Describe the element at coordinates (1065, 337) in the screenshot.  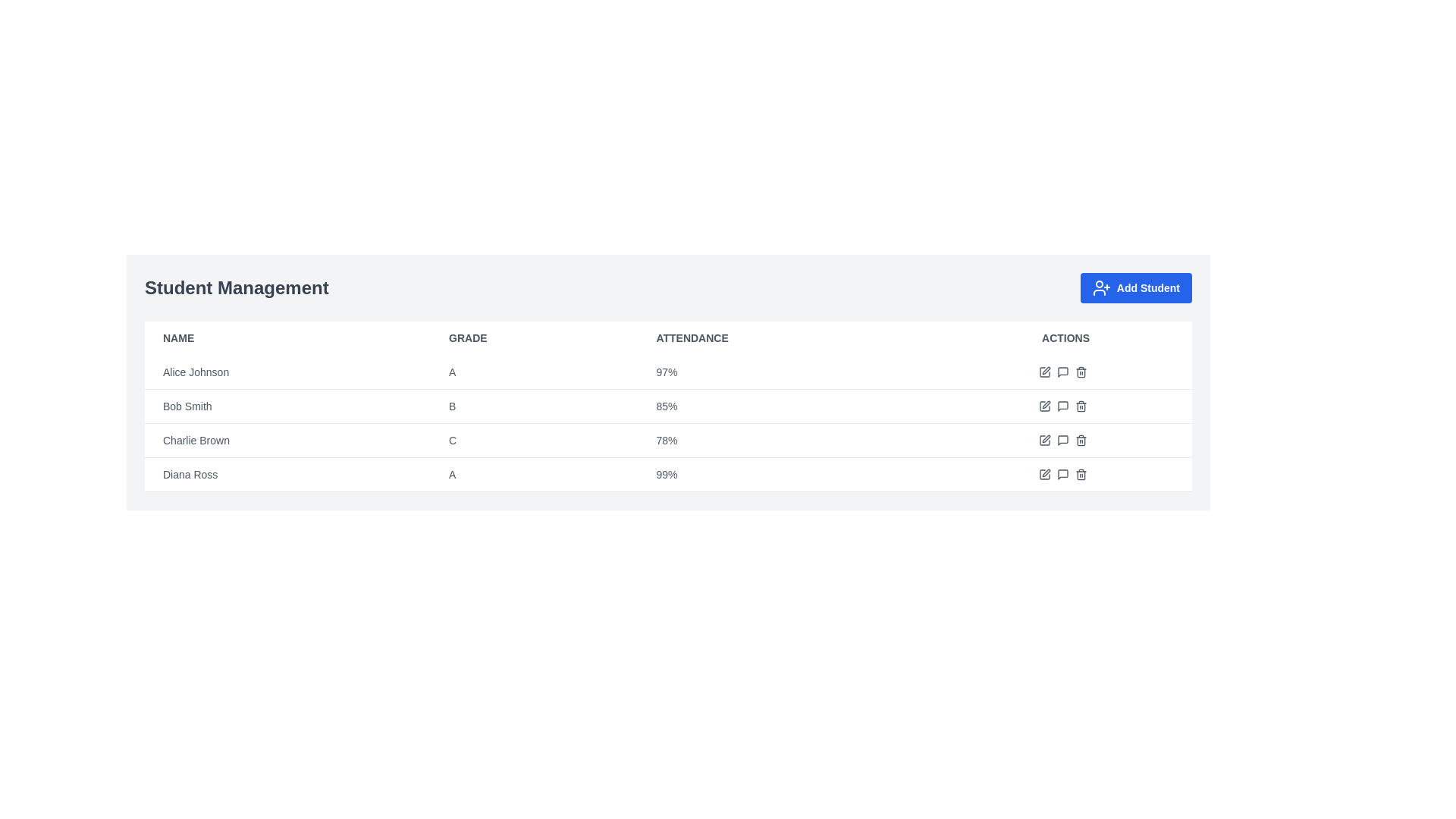
I see `text of the 'Actions' column header cell, which is the fourth header in the table located at the rightmost side after the 'Attendance' header` at that location.